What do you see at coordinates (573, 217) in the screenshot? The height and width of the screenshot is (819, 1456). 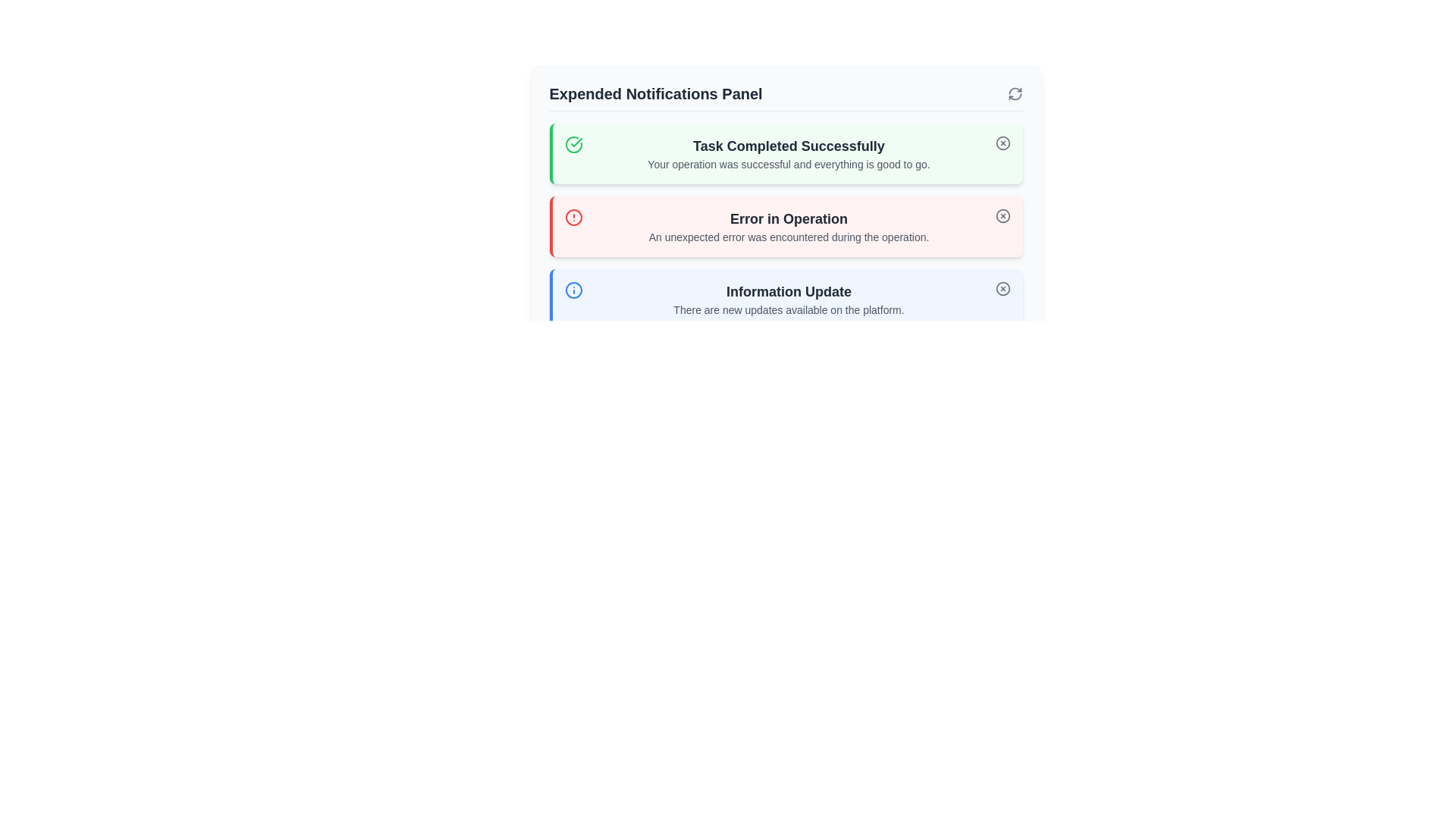 I see `the circular icon with a red border and alert symbol, located in the left part of the 'Error in Operation' notification box` at bounding box center [573, 217].